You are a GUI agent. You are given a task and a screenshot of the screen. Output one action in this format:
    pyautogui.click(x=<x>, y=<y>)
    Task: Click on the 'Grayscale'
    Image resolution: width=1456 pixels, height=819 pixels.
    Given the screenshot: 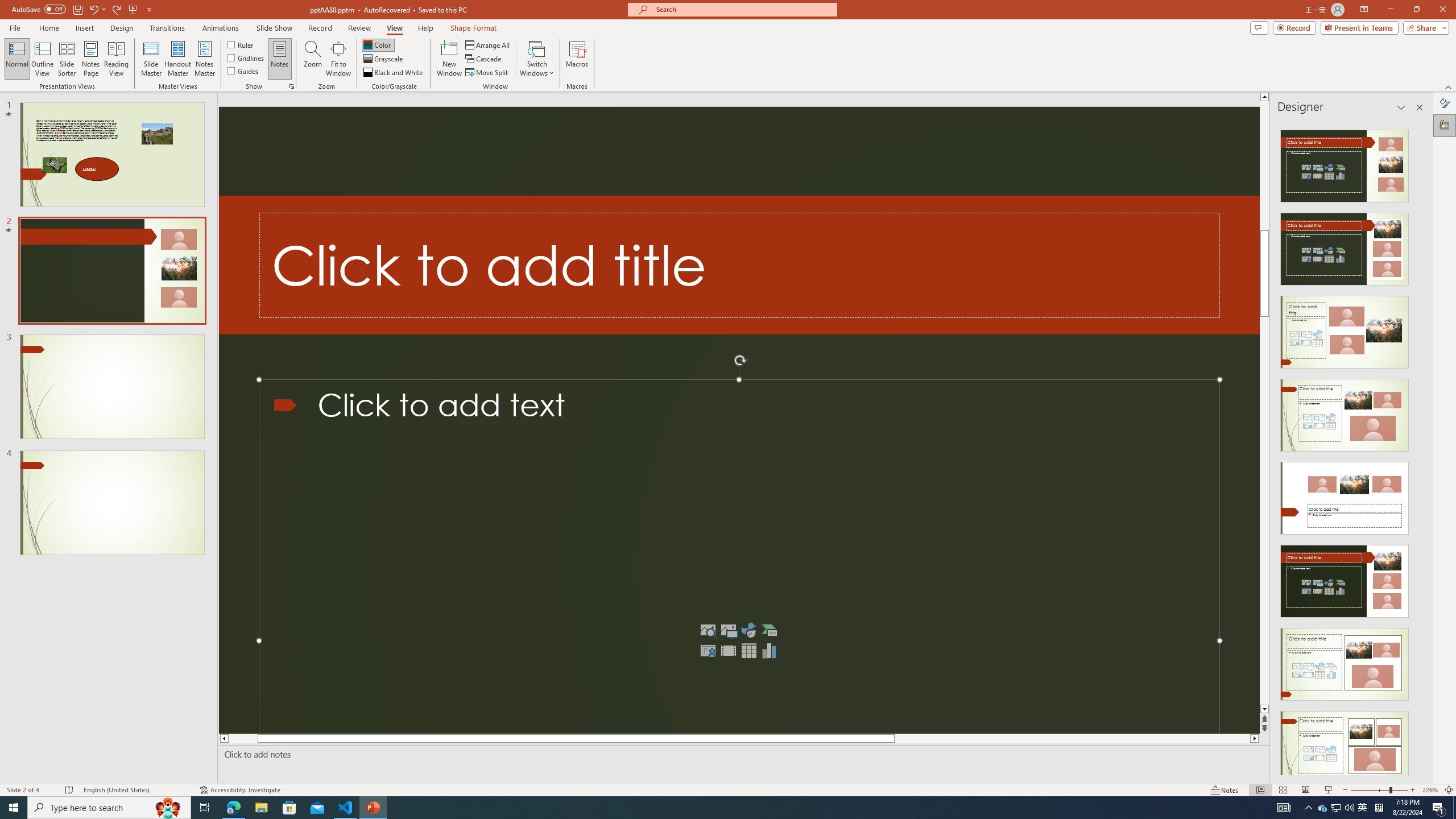 What is the action you would take?
    pyautogui.click(x=383, y=59)
    